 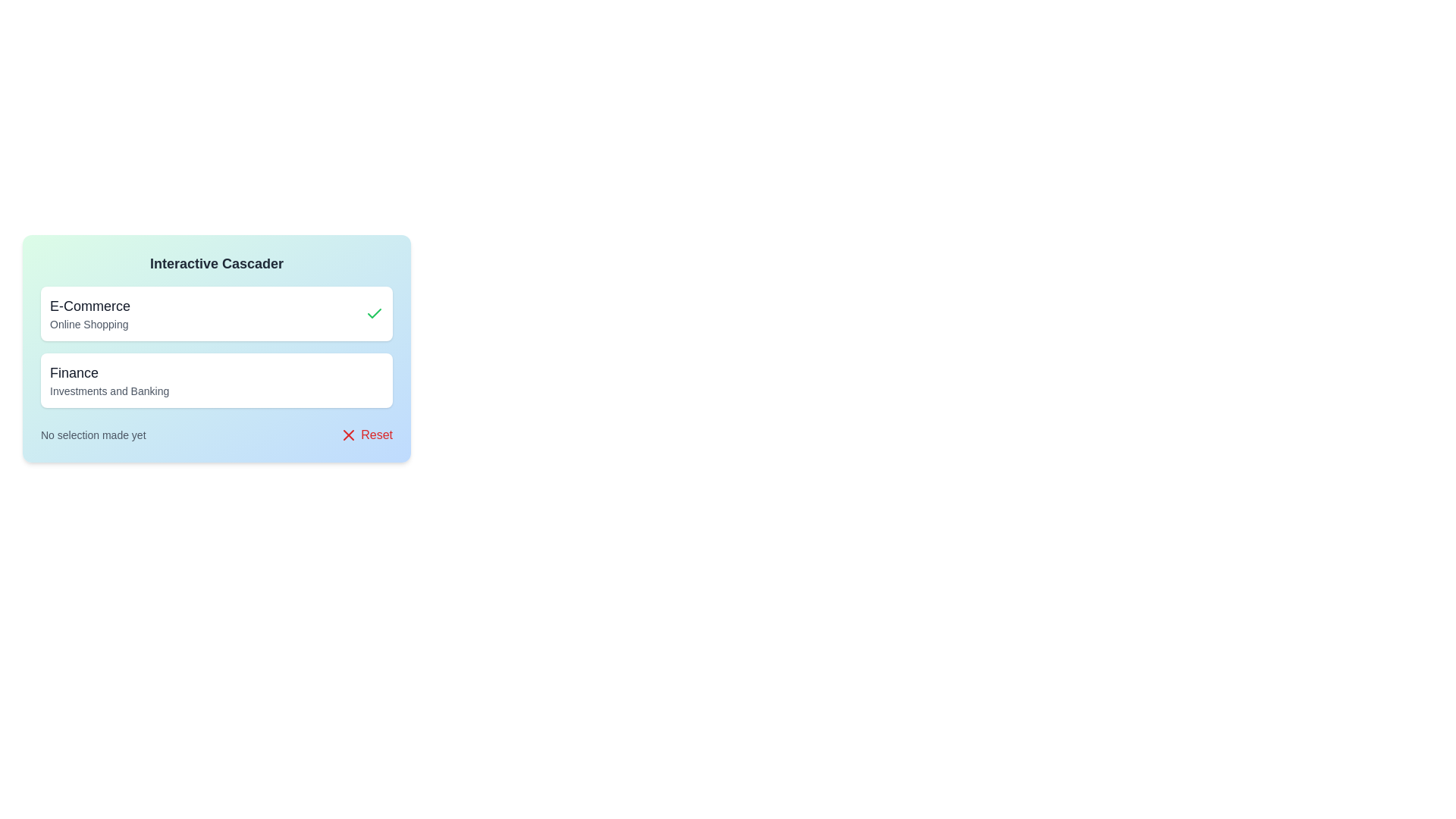 What do you see at coordinates (108, 379) in the screenshot?
I see `the 'Finance' text label which displays 'Finance' in bold and larger font, and 'Investments and Banking' in lighter and smaller font, located below the 'E-Commerce' section` at bounding box center [108, 379].